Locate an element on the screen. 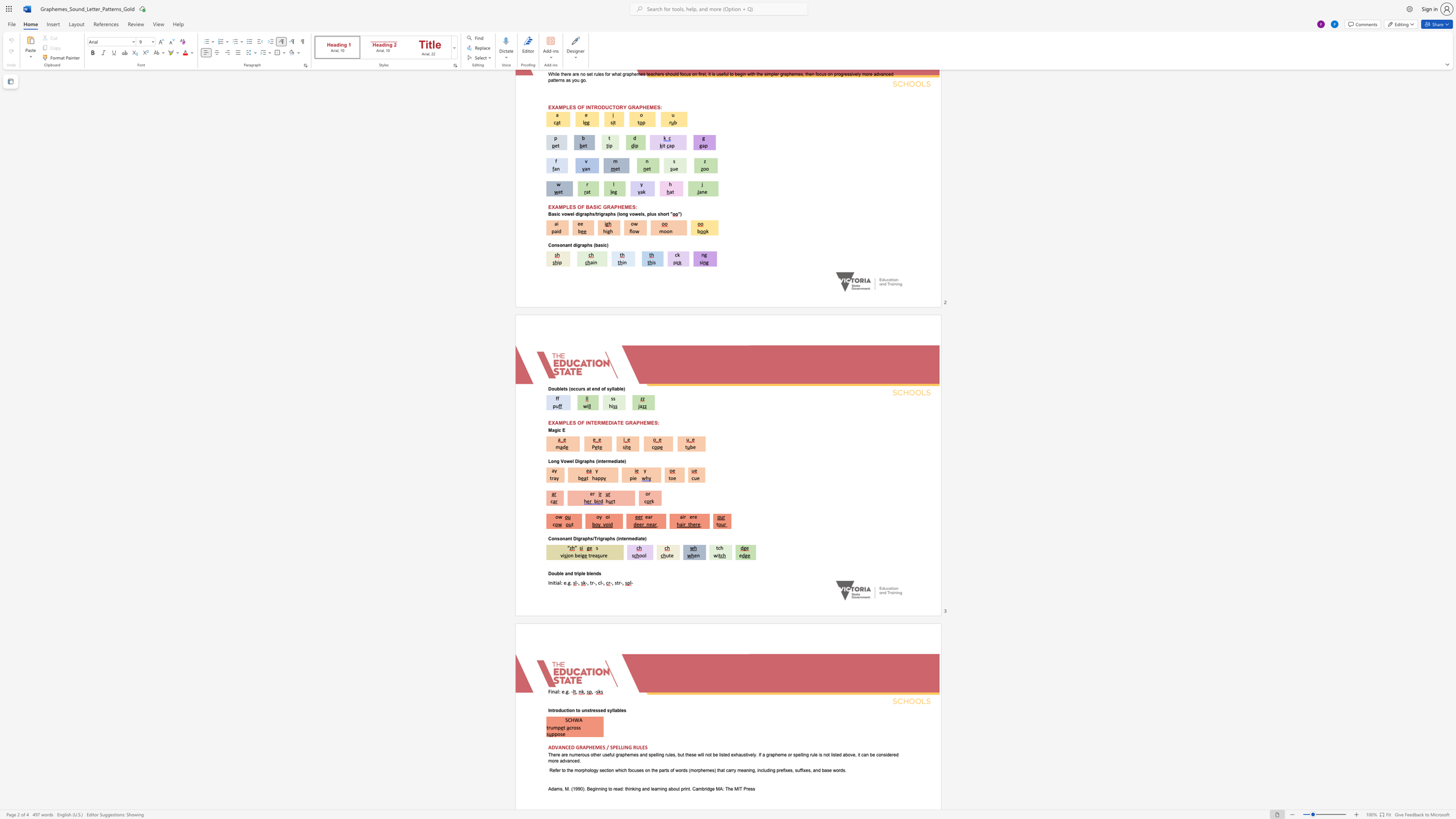  the subset text "ere ar" within the text "There are" is located at coordinates (553, 754).